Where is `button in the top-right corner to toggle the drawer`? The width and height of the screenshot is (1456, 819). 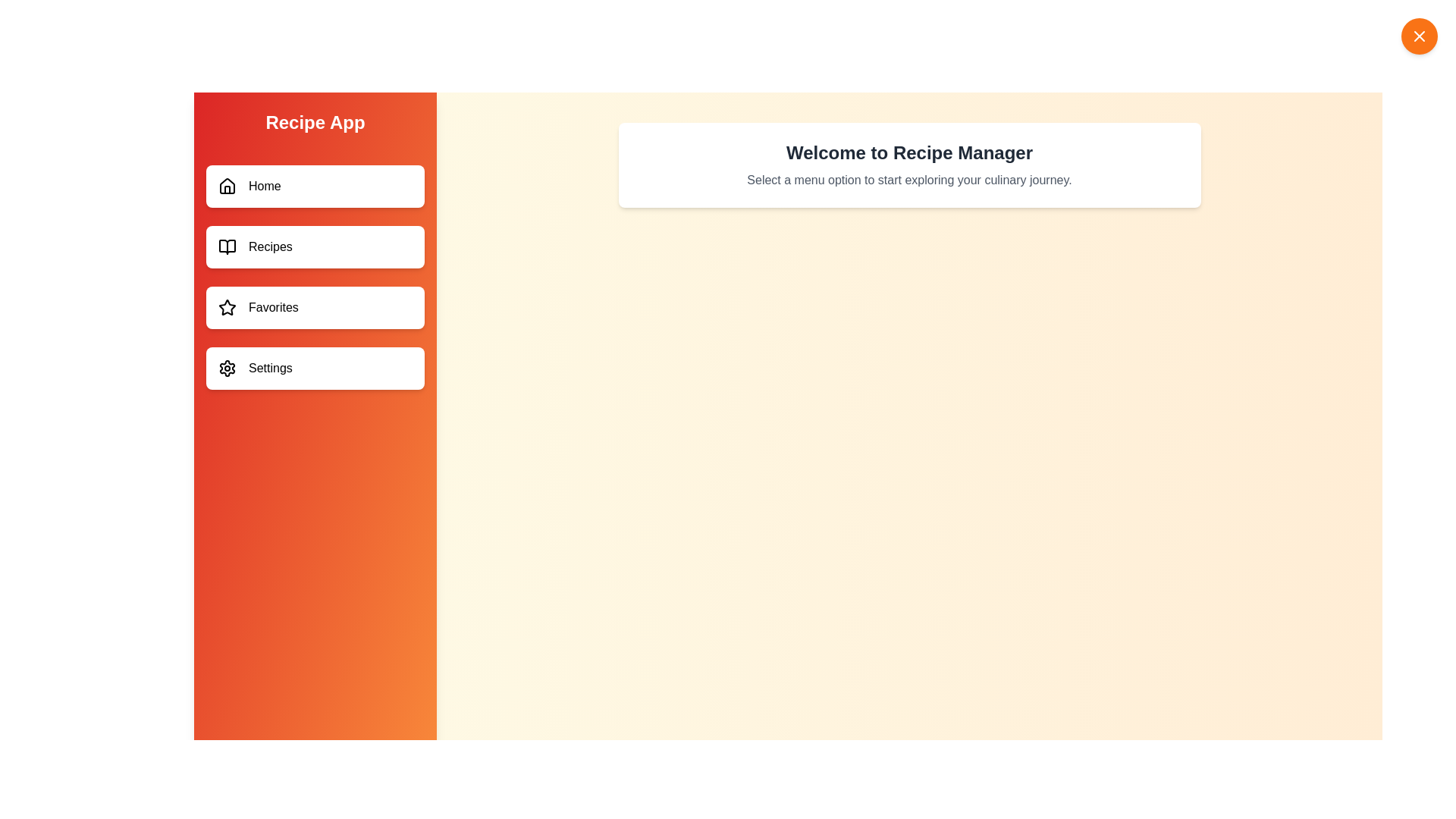
button in the top-right corner to toggle the drawer is located at coordinates (1419, 35).